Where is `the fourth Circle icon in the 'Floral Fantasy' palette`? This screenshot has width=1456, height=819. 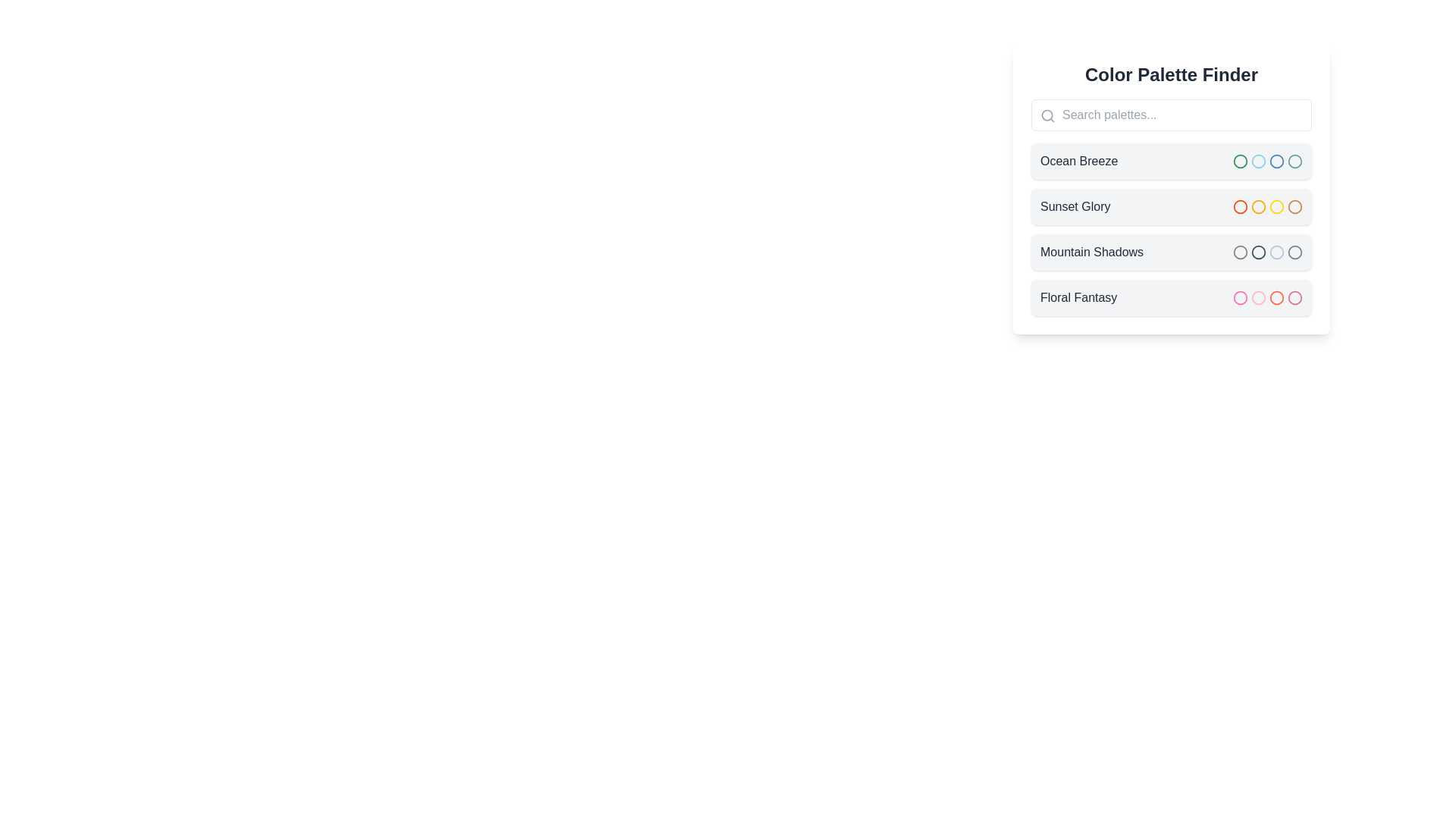
the fourth Circle icon in the 'Floral Fantasy' palette is located at coordinates (1294, 298).